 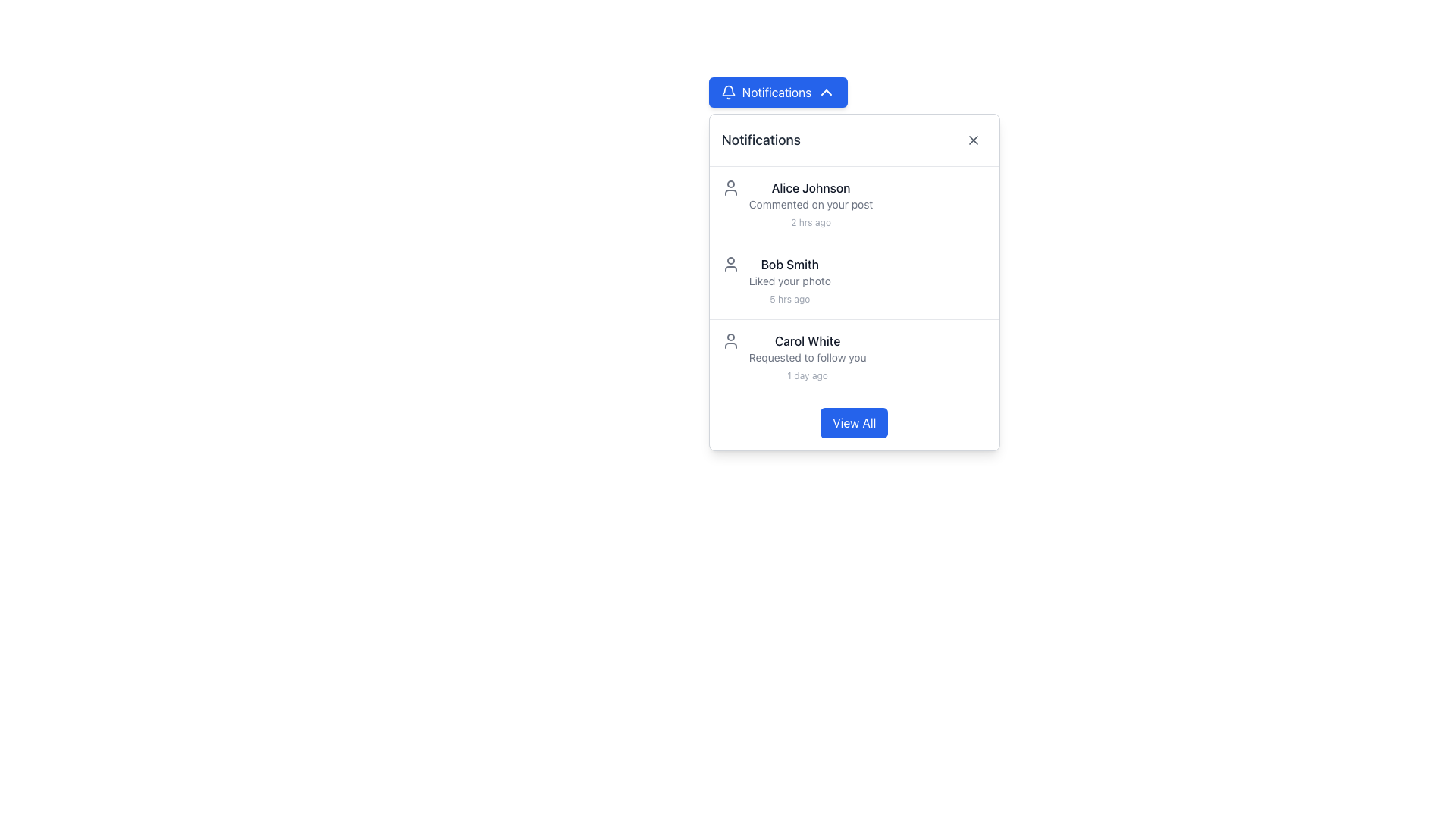 What do you see at coordinates (810, 222) in the screenshot?
I see `time information displayed in the Text label, which shows the relative time elapsed since the notification was generated` at bounding box center [810, 222].